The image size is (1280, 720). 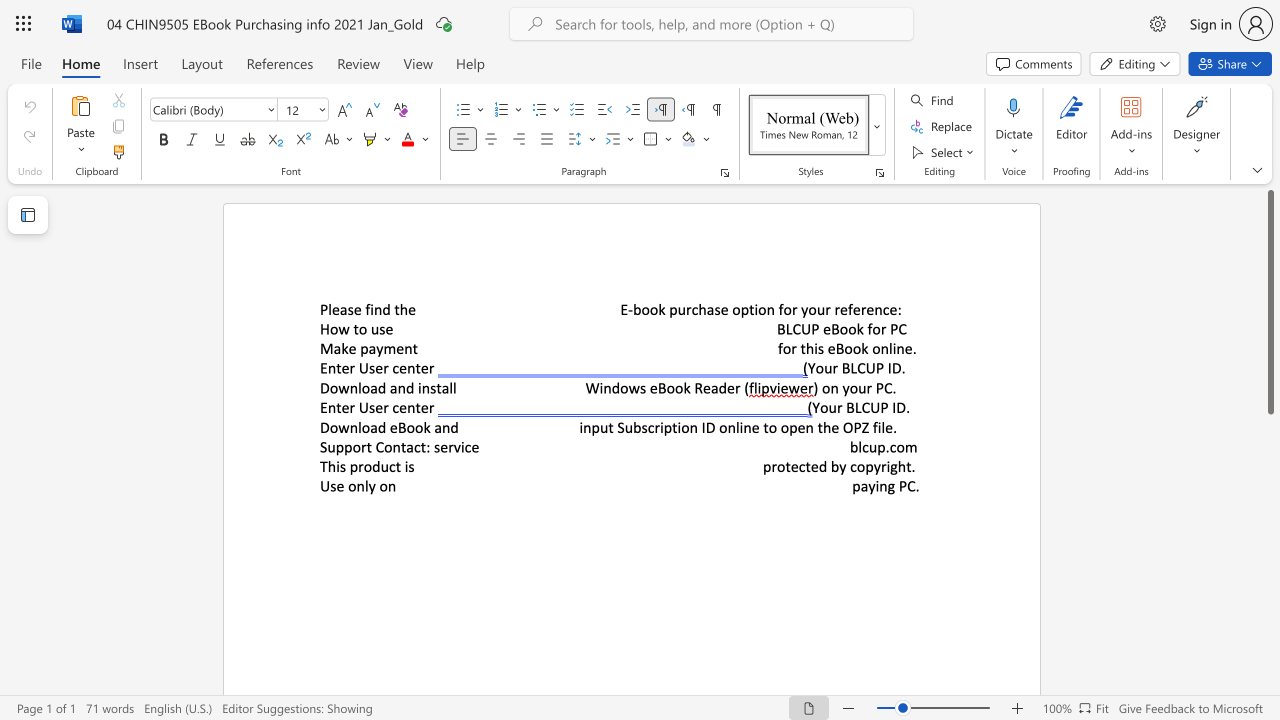 What do you see at coordinates (828, 309) in the screenshot?
I see `the 2th character "r" in the text` at bounding box center [828, 309].